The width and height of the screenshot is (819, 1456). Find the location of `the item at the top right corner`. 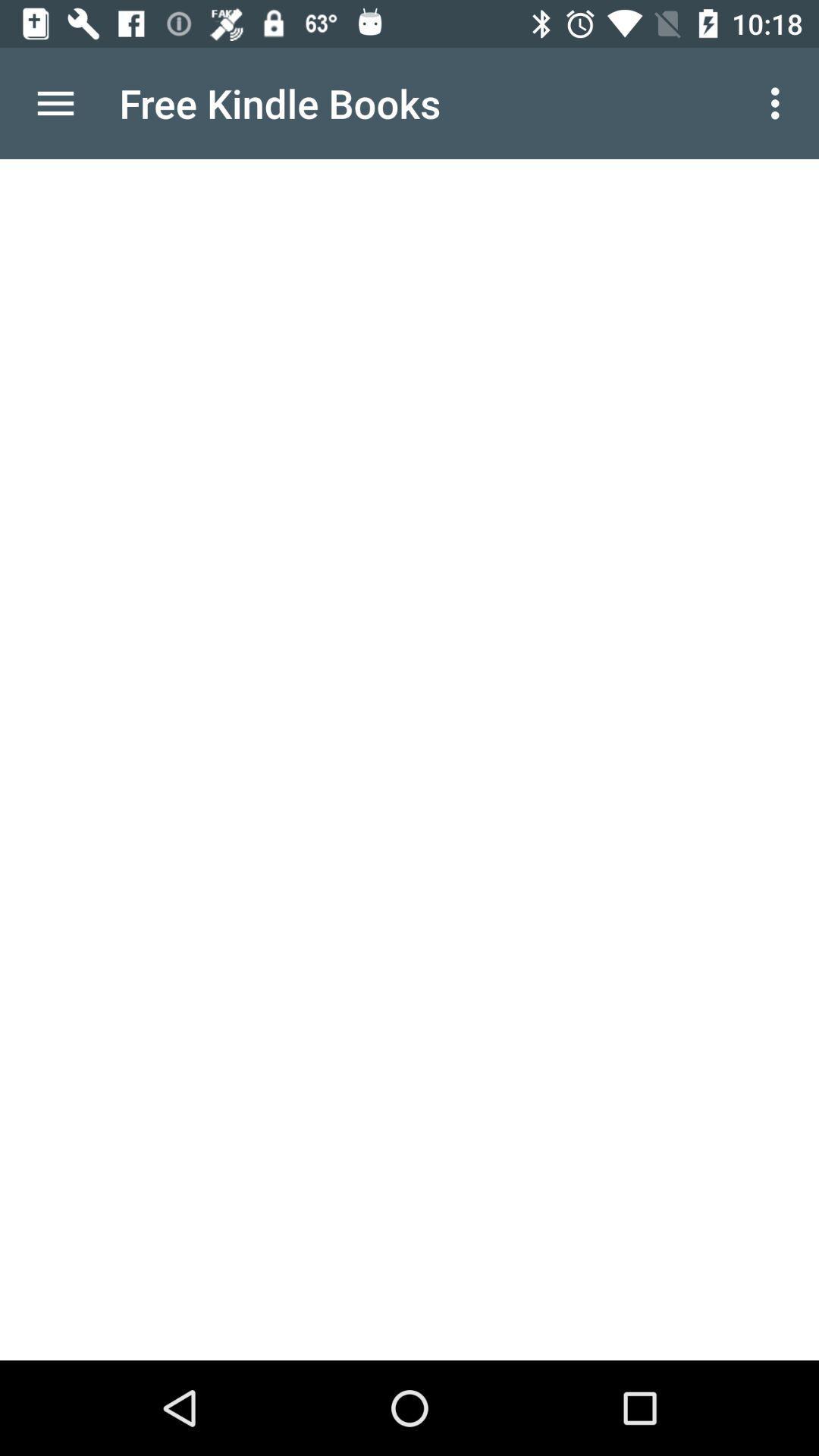

the item at the top right corner is located at coordinates (779, 102).